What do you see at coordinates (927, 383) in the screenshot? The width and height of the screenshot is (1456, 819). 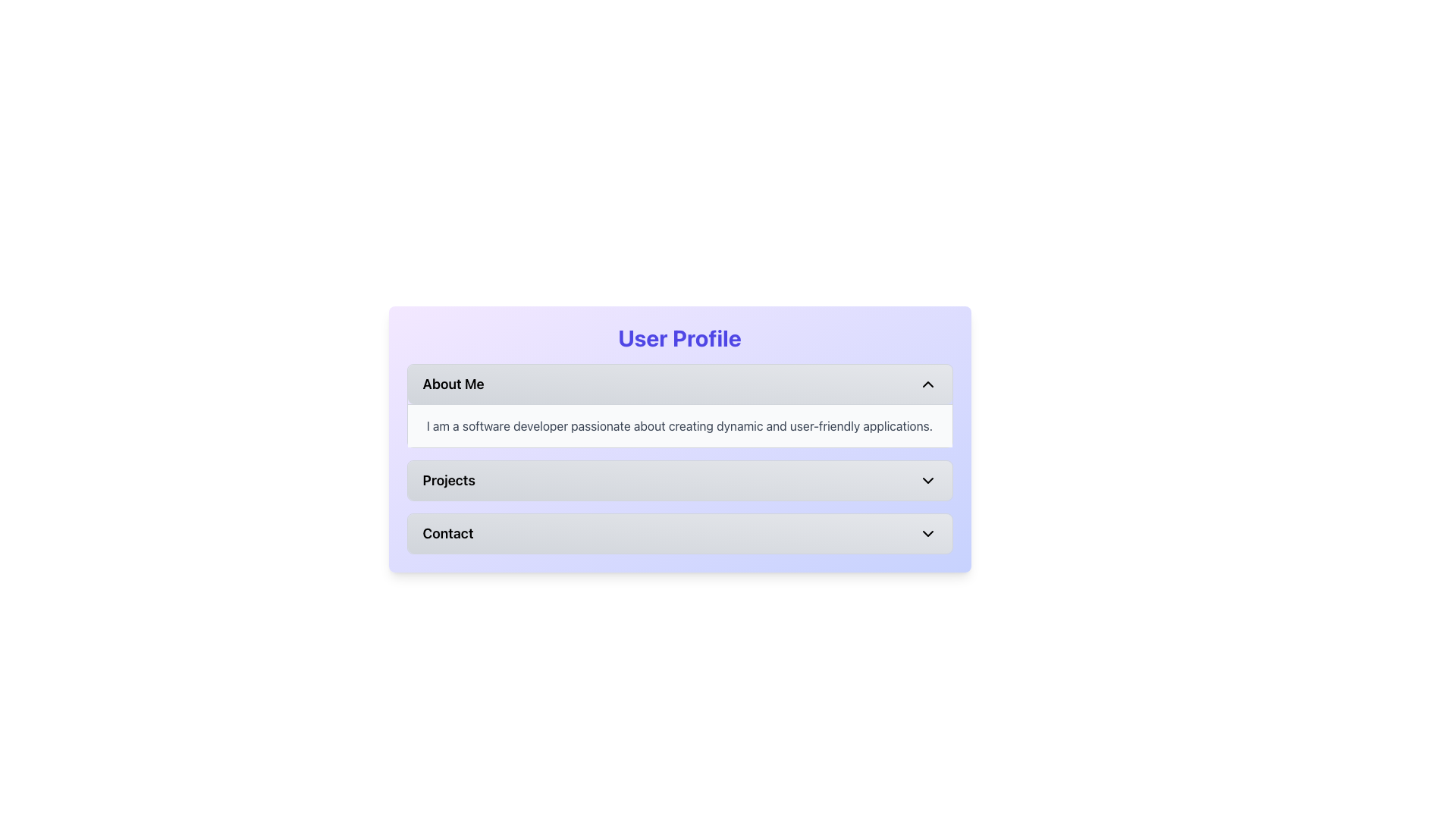 I see `the upward-facing chevron icon located in the header of the 'About Me' section` at bounding box center [927, 383].